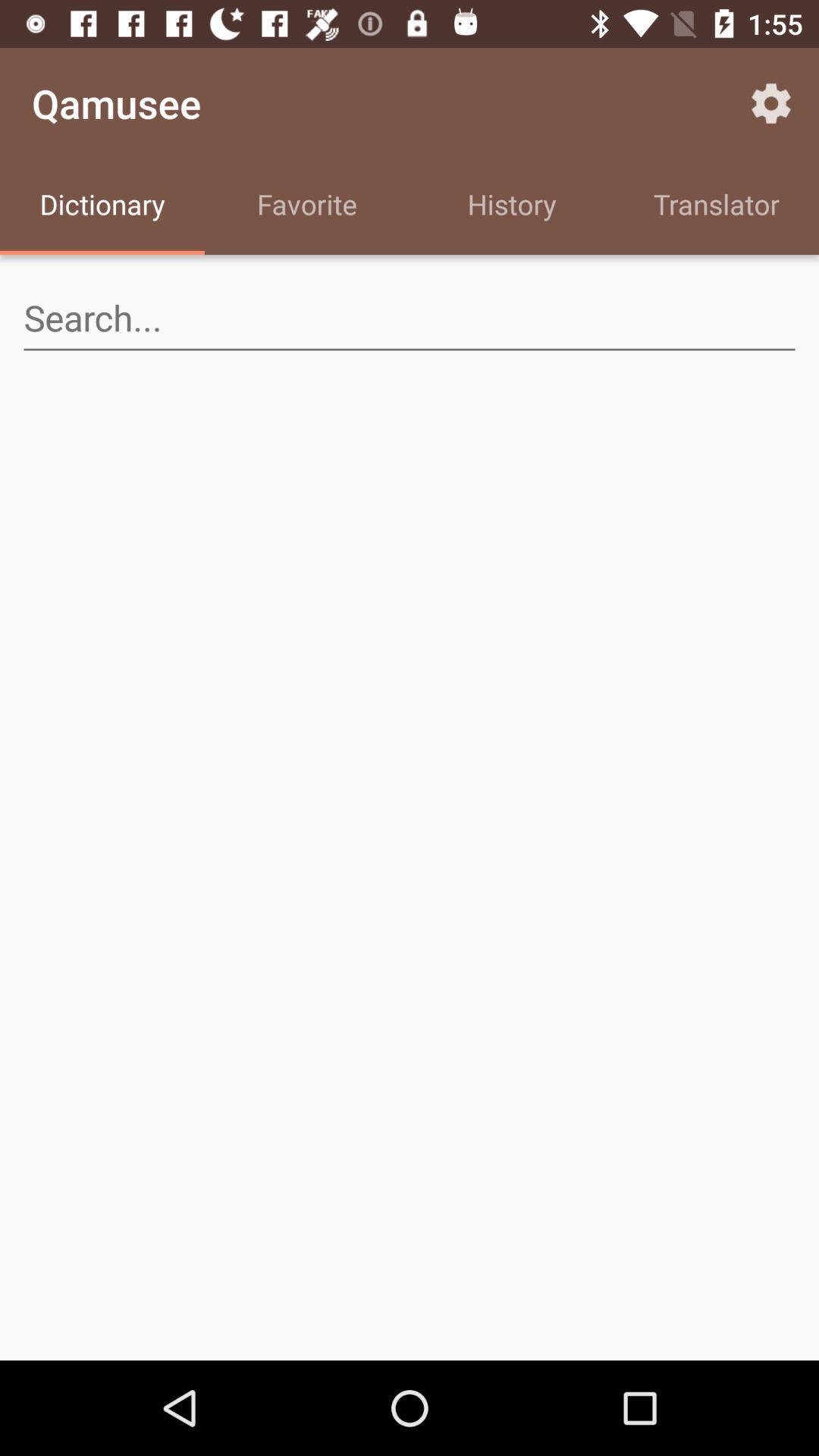 Image resolution: width=819 pixels, height=1456 pixels. I want to click on item next to the history icon, so click(771, 102).